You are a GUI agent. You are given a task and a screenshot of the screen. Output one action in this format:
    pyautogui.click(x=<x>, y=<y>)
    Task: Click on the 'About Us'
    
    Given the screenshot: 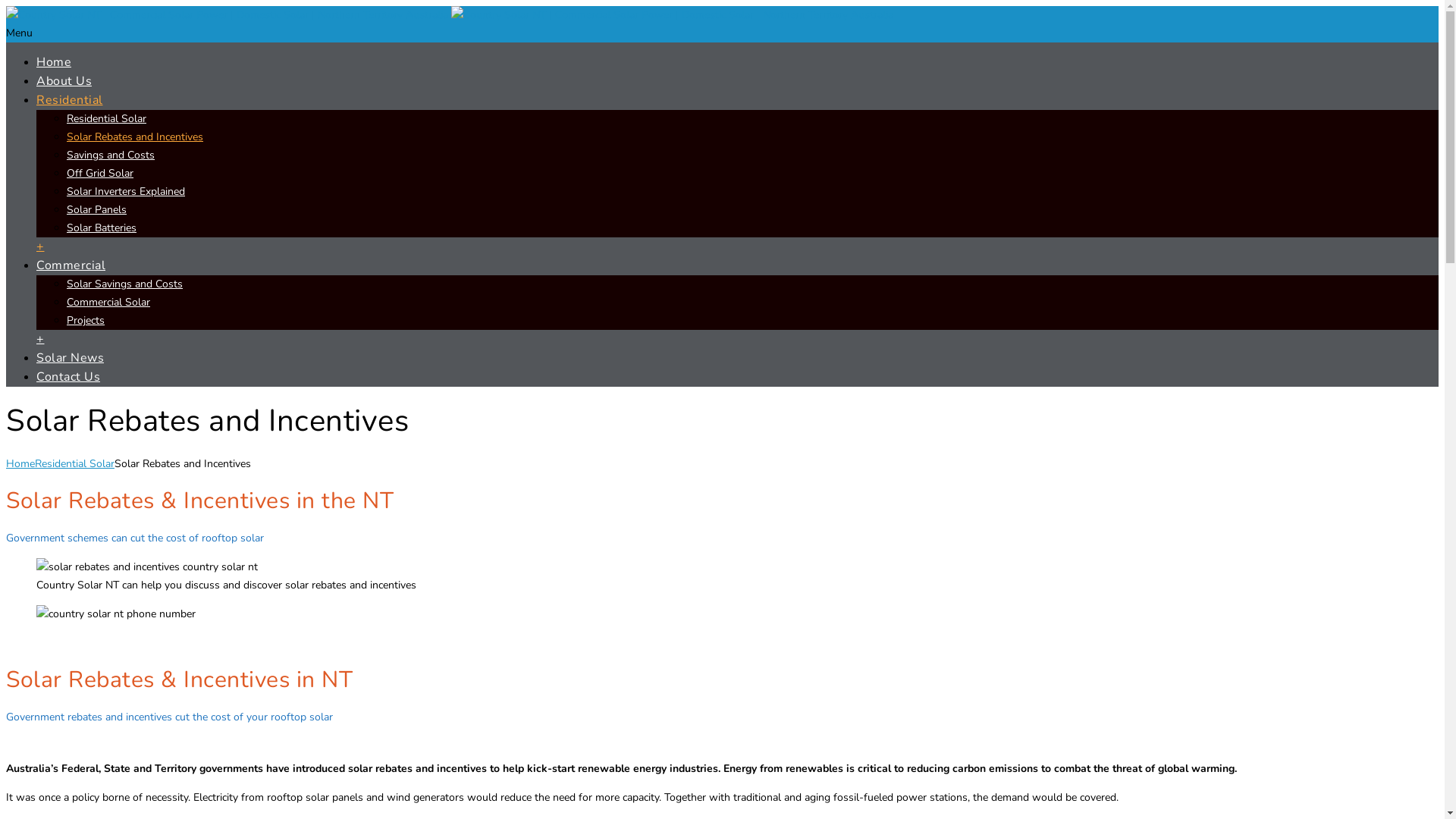 What is the action you would take?
    pyautogui.click(x=63, y=81)
    